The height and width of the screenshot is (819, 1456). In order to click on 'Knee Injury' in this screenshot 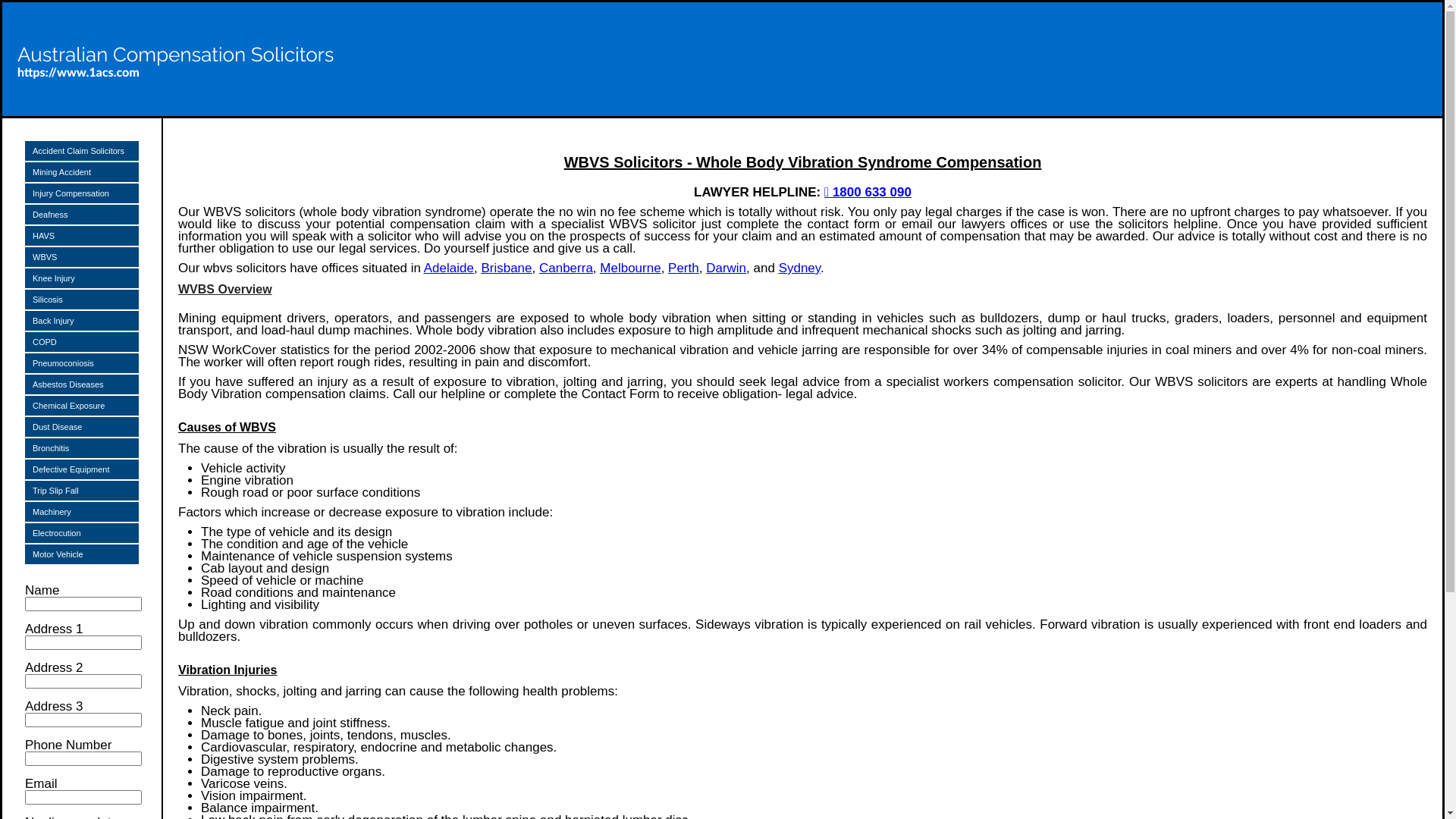, I will do `click(25, 278)`.